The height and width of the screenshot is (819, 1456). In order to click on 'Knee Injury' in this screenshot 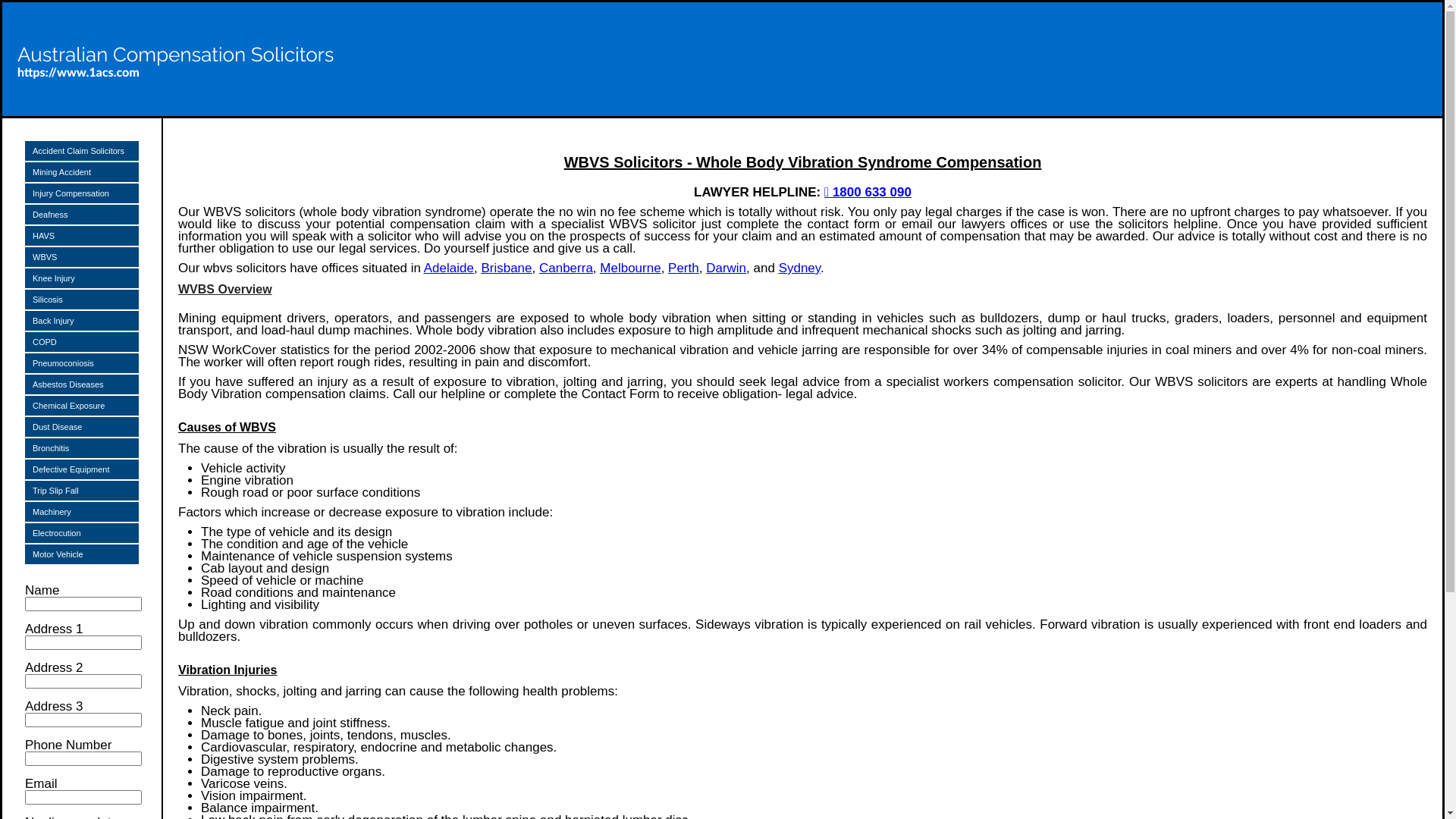, I will do `click(25, 278)`.